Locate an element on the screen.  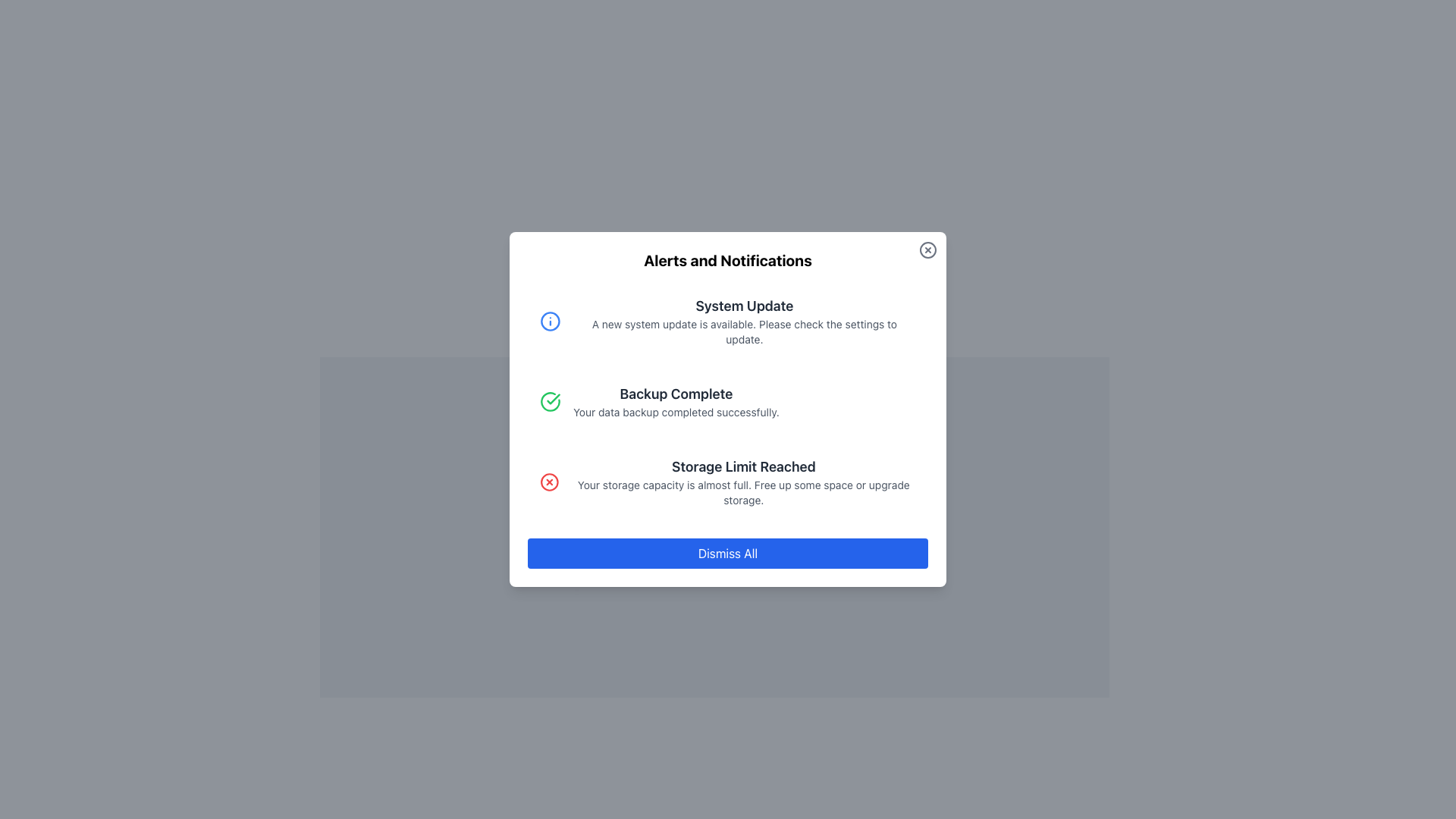
message displayed in the text block stating 'Your storage capacity is almost full. Free up some space or upgrade storage.' located beneath the 'Storage Limit Reached' header is located at coordinates (743, 493).